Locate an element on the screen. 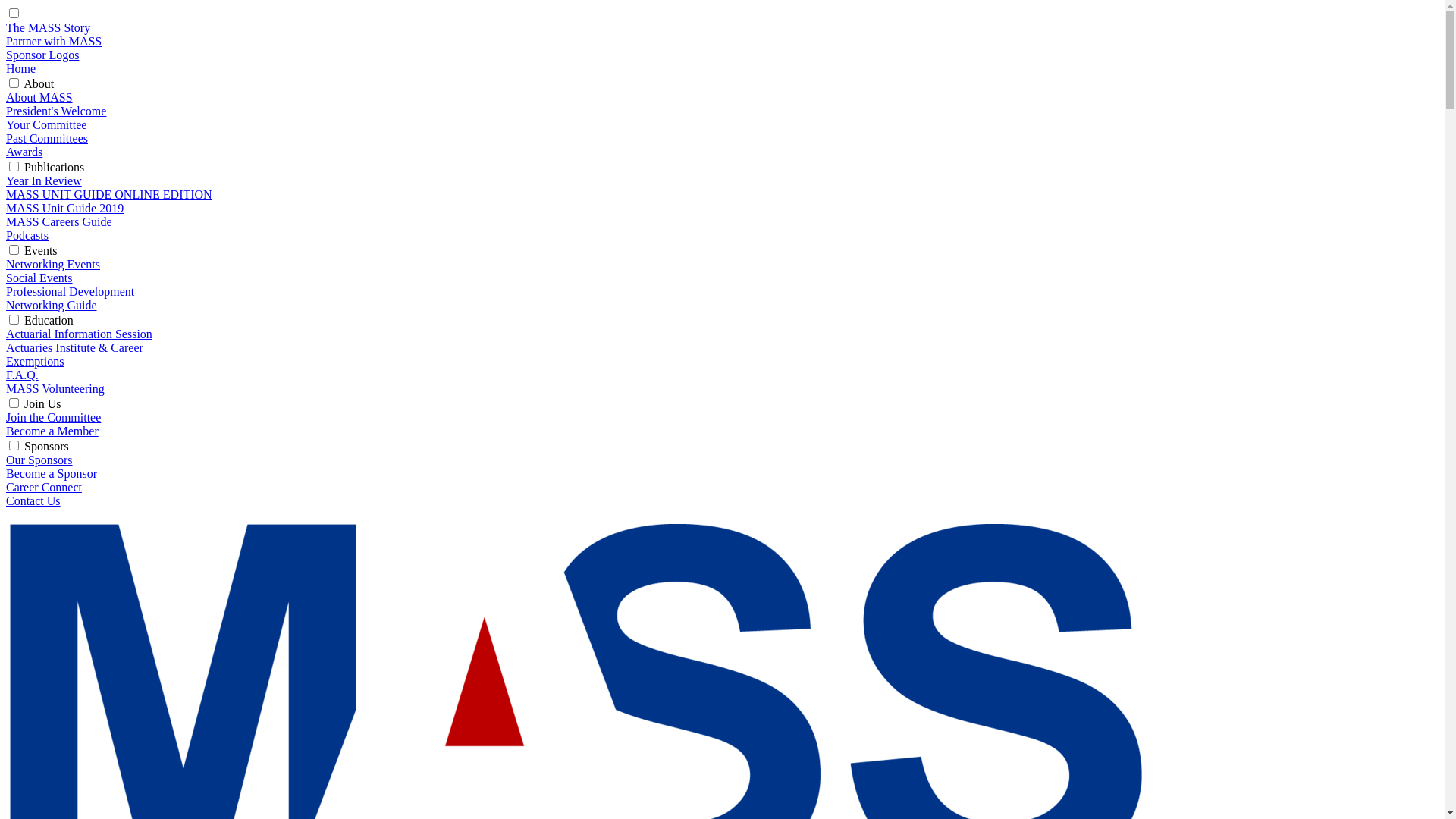 The height and width of the screenshot is (819, 1456). 'Podcasts' is located at coordinates (6, 235).